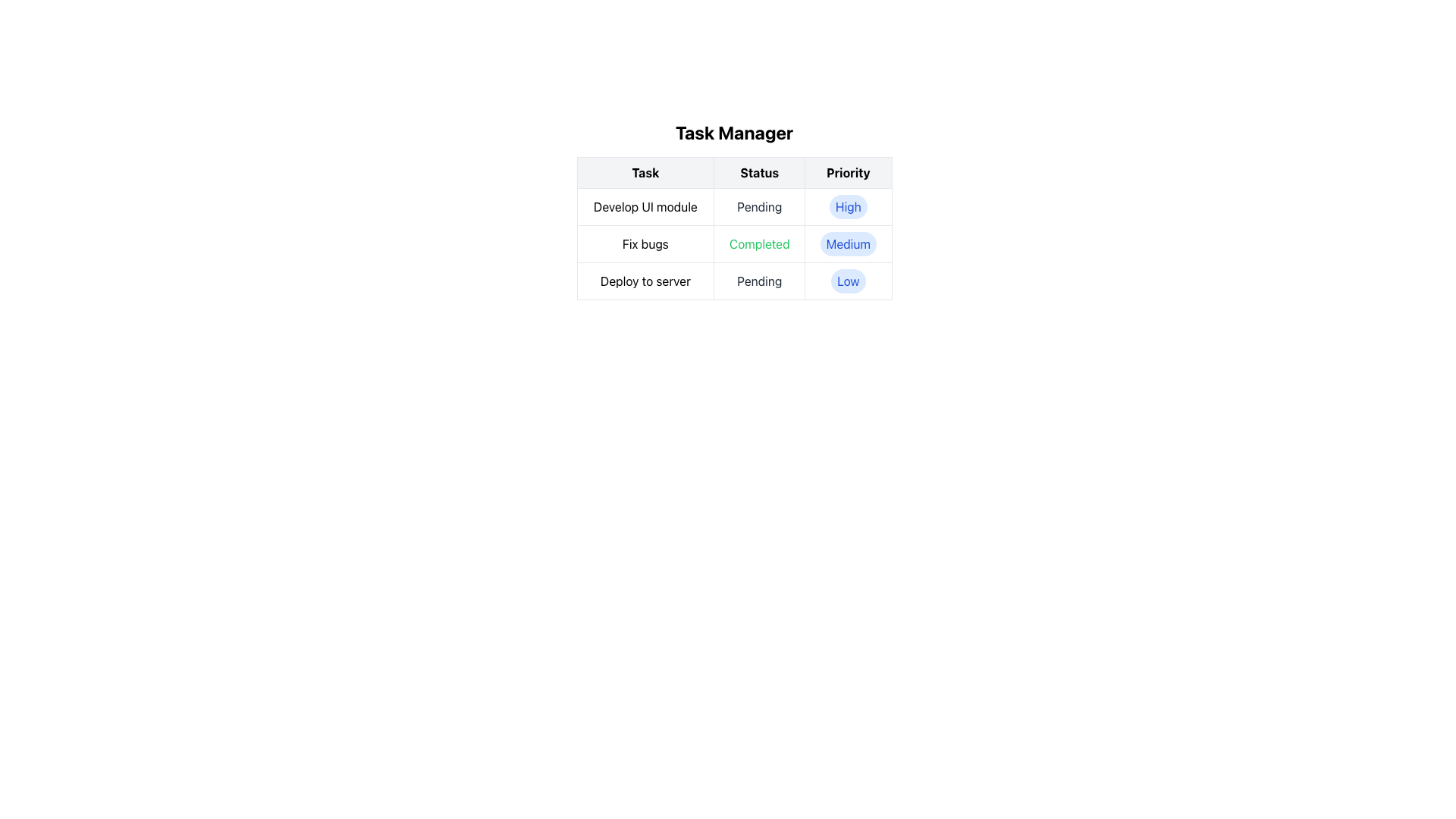 This screenshot has width=1456, height=819. Describe the element at coordinates (645, 281) in the screenshot. I see `the Text Display element that represents a task name in the task management system, located in the first cell of the third row under the 'Task' column` at that location.